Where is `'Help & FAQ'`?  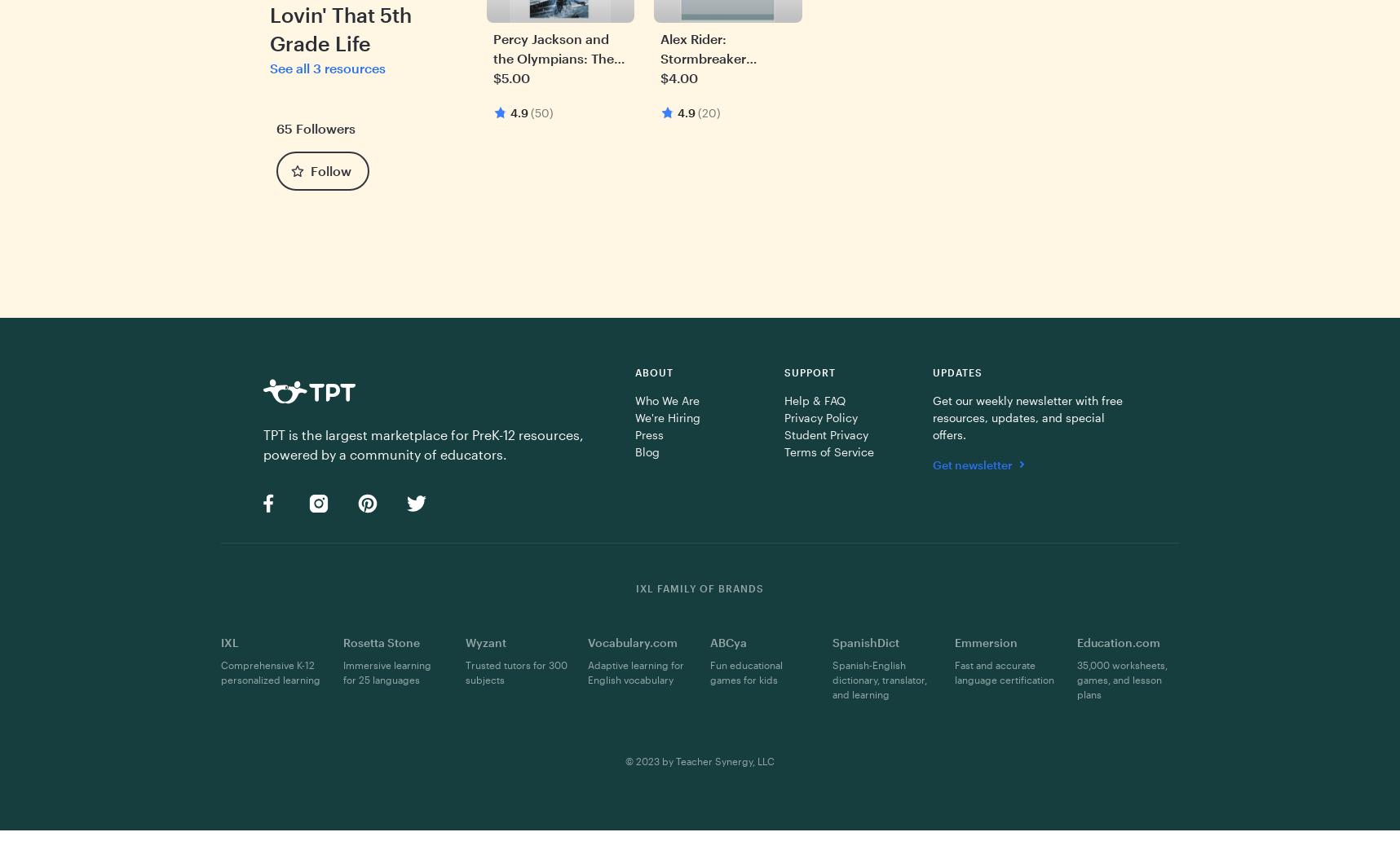
'Help & FAQ' is located at coordinates (813, 398).